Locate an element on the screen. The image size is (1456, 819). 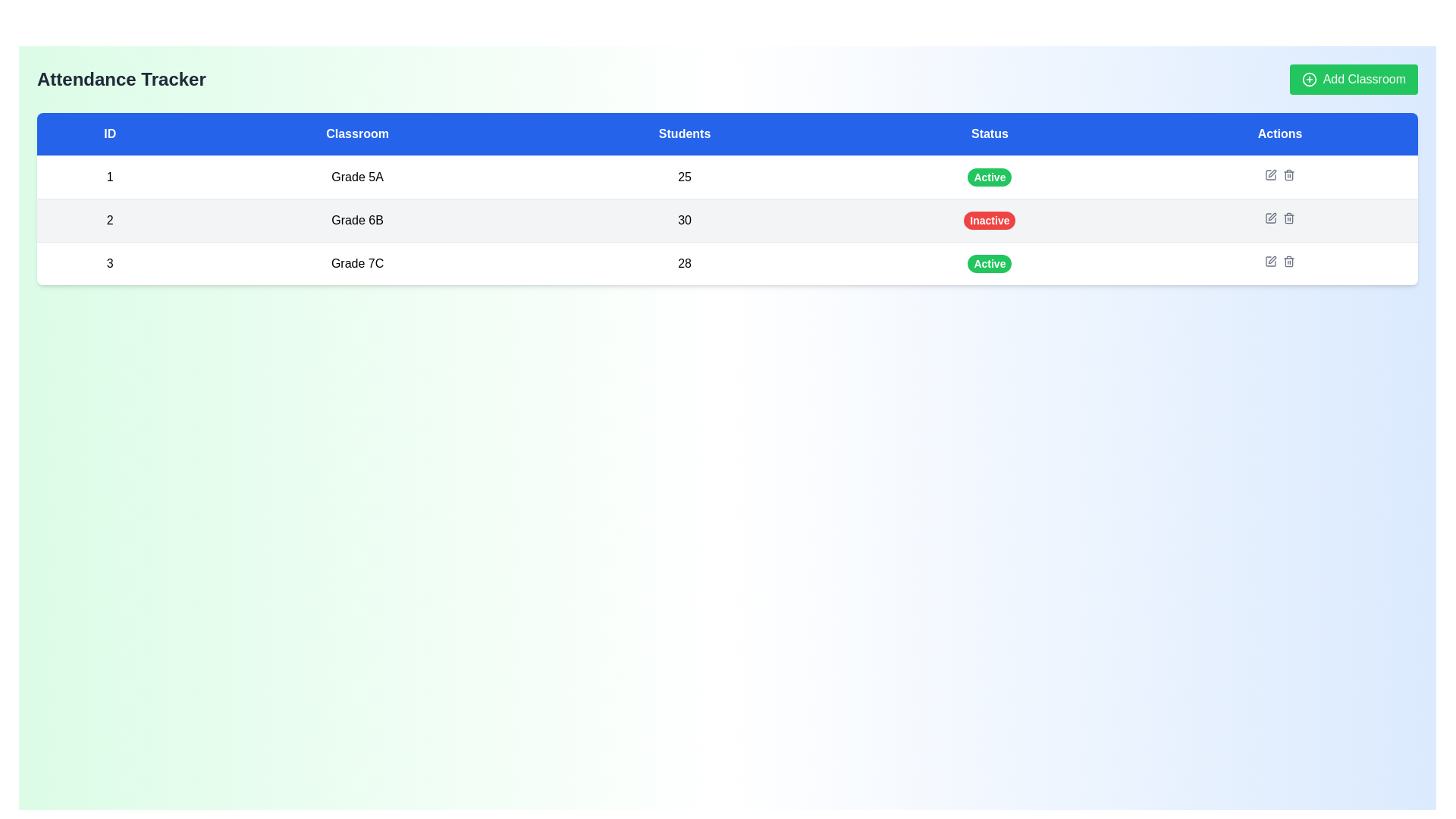
the 'Active' status indicator badge with a green background located in the 'Status' column of the first row, aligned with 'Grade 5A' is located at coordinates (990, 177).